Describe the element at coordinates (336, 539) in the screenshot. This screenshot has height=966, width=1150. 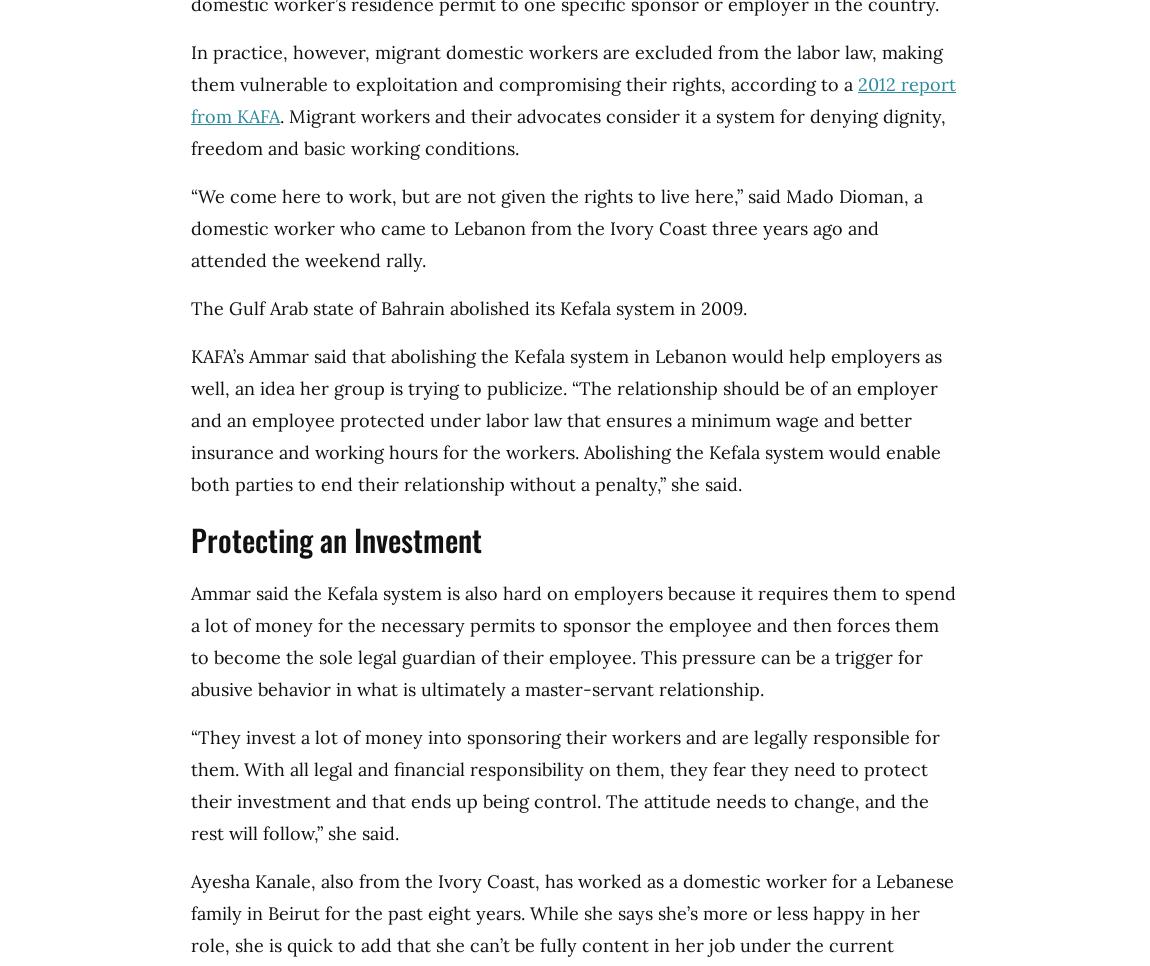
I see `'Protecting an Investment'` at that location.